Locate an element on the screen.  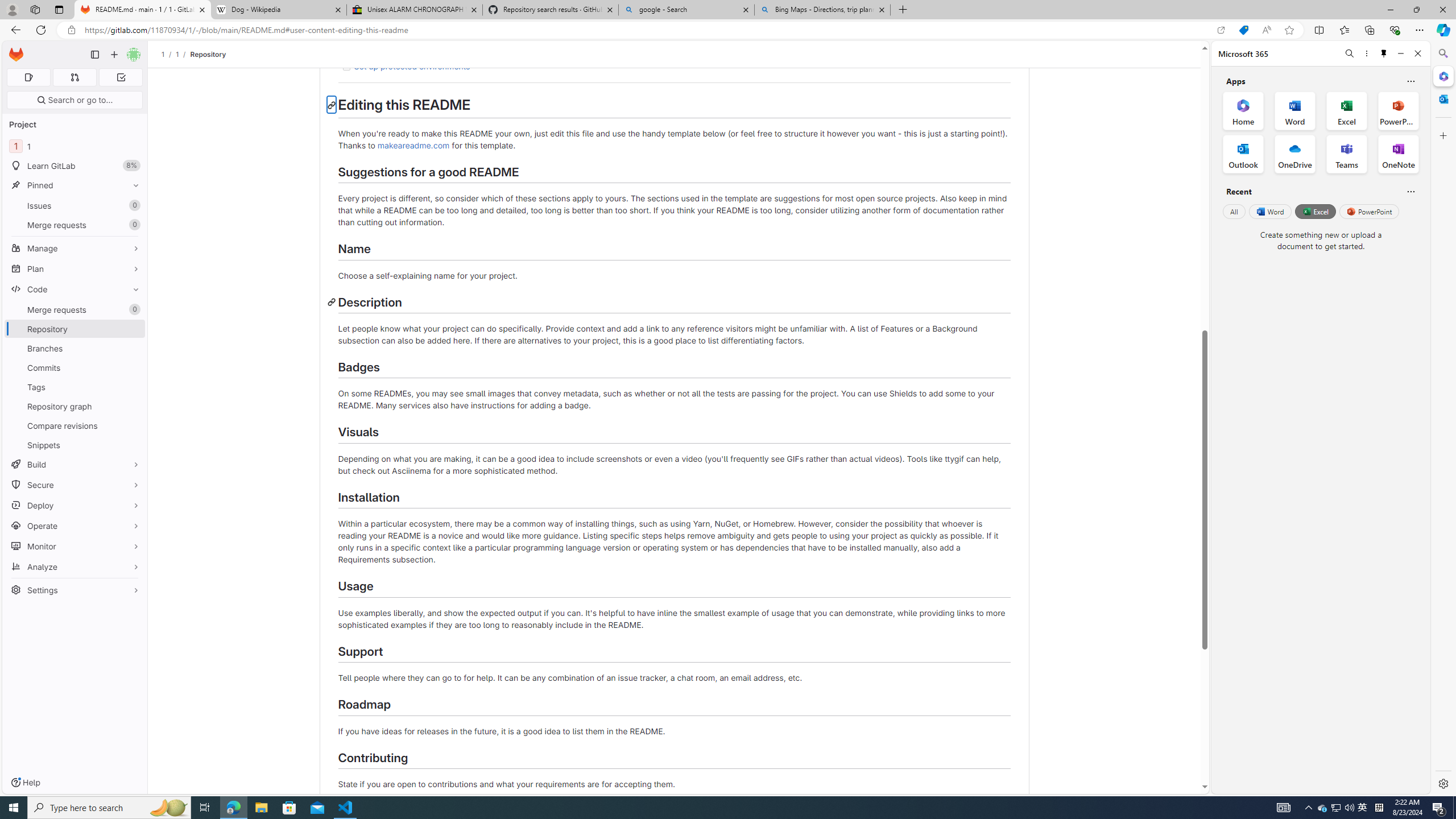
'Repository graph' is located at coordinates (74, 406).